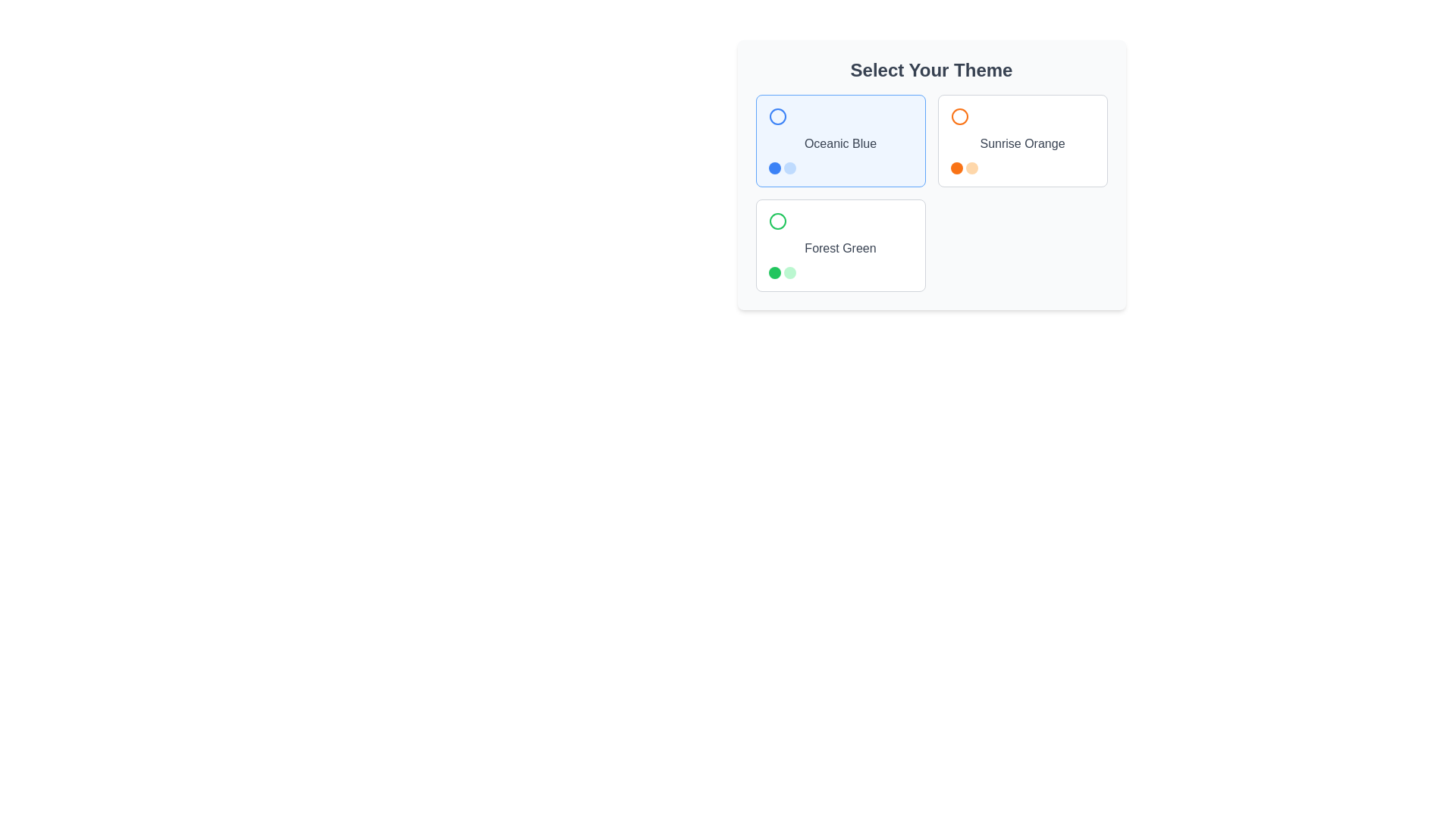 The height and width of the screenshot is (819, 1456). Describe the element at coordinates (959, 116) in the screenshot. I see `the color preview icon representing the 'Sunrise Orange' theme, located in the upper-right section of the theme selection interface` at that location.